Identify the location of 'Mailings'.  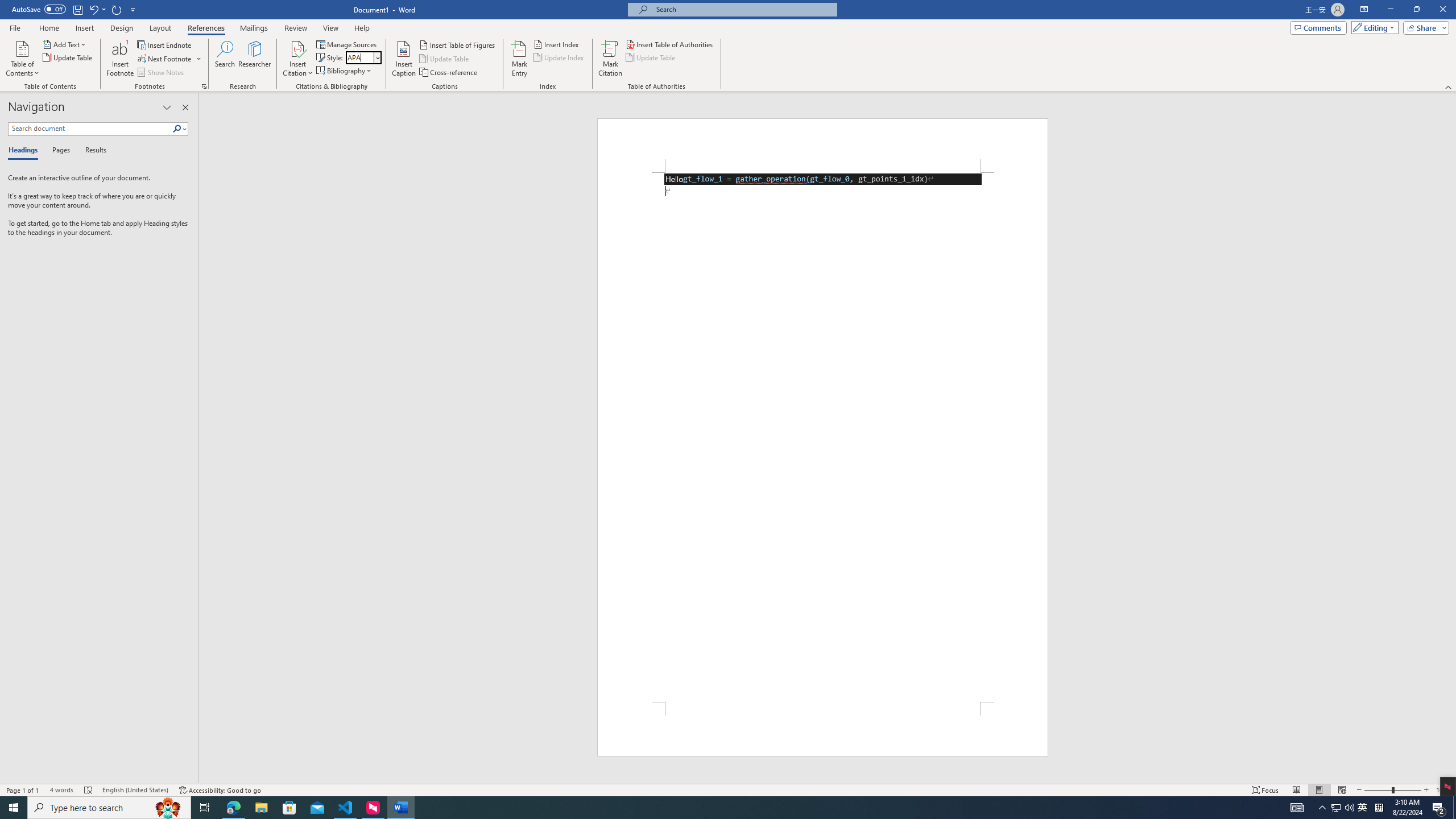
(253, 28).